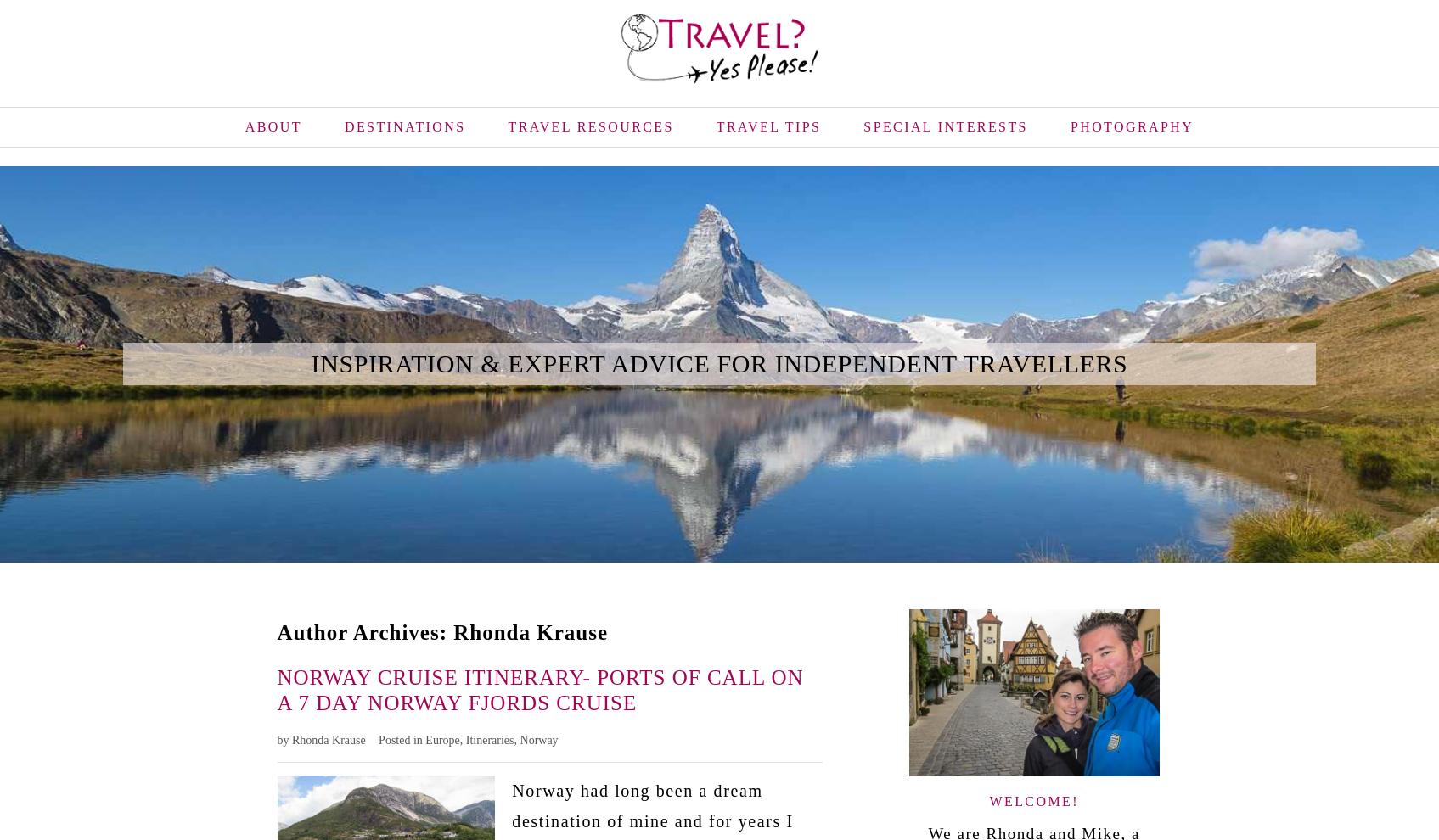 This screenshot has height=840, width=1439. What do you see at coordinates (289, 222) in the screenshot?
I see `'Contact'` at bounding box center [289, 222].